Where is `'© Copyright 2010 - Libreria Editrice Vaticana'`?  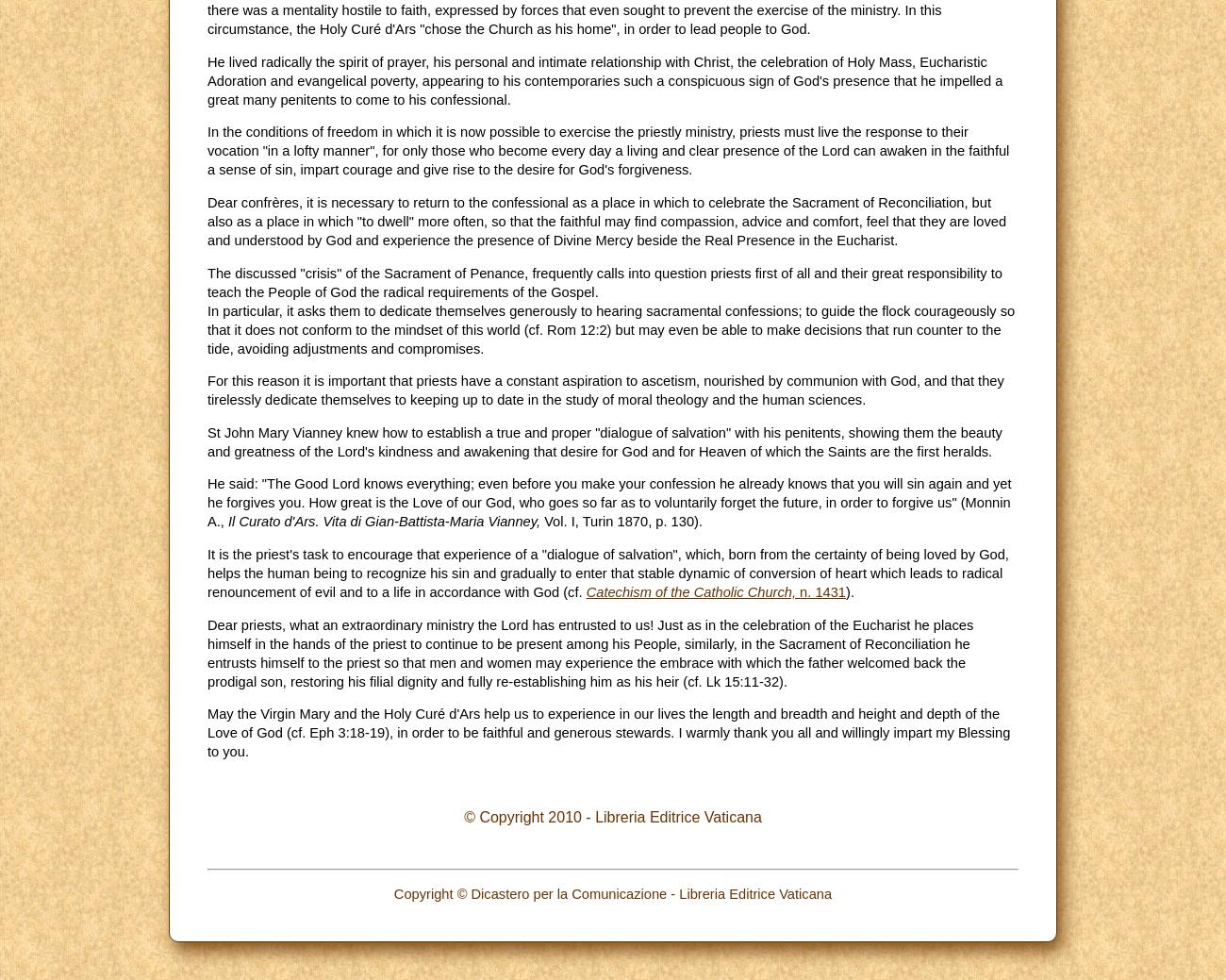 '© Copyright 2010 - Libreria Editrice Vaticana' is located at coordinates (464, 815).